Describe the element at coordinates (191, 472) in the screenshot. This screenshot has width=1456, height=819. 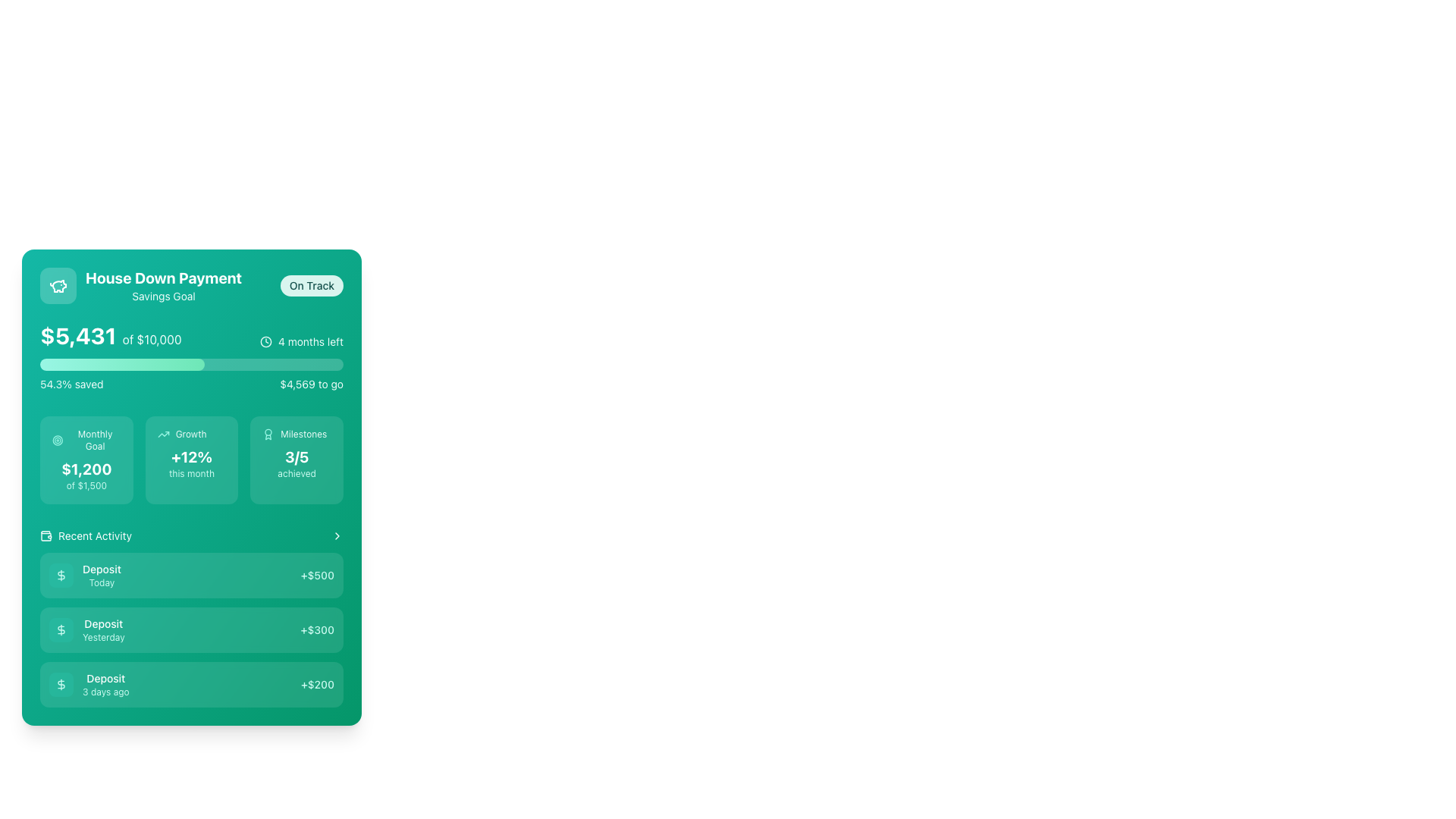
I see `text label that provides temporal context indicating that the data on the card pertains to the current month, located at the bottom of the 'Growth' card below the '+12%' text` at that location.